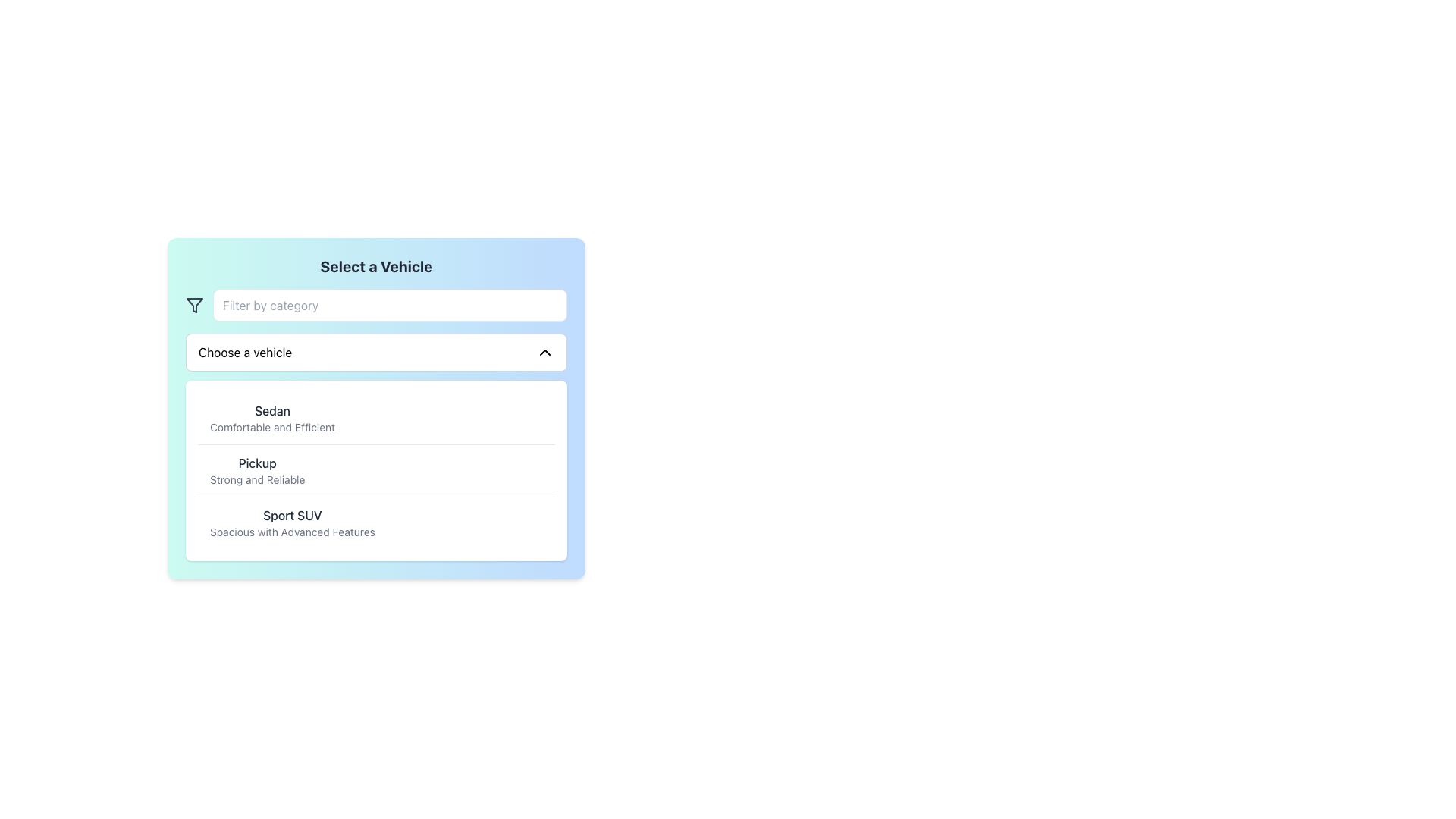 This screenshot has height=819, width=1456. What do you see at coordinates (194, 305) in the screenshot?
I see `the filtering icon located at the top-left corner of the interface, which is directly to the left of the 'Filter by category' text input field` at bounding box center [194, 305].